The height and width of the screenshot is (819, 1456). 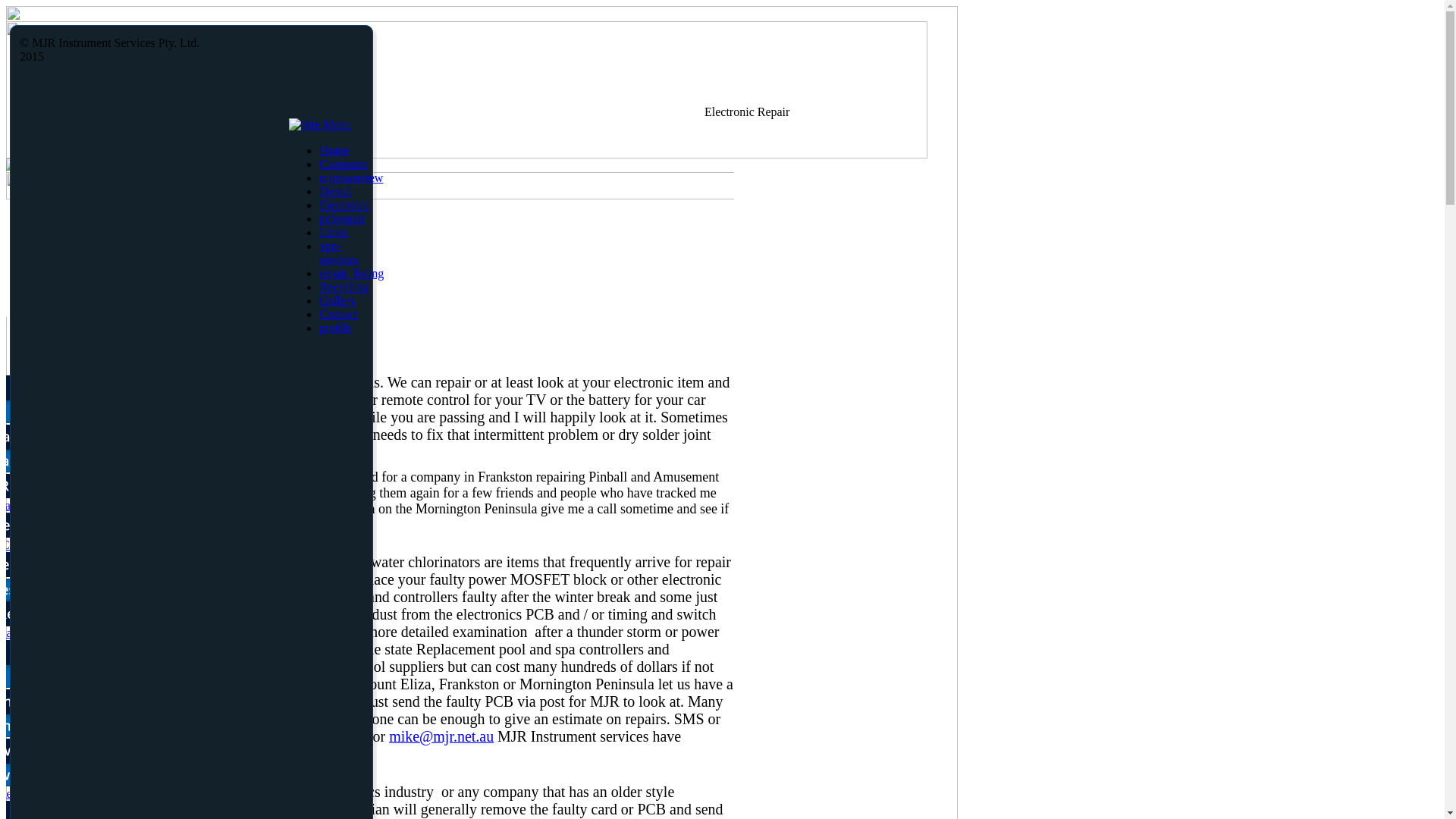 What do you see at coordinates (440, 736) in the screenshot?
I see `'mike@mjr.net.au'` at bounding box center [440, 736].